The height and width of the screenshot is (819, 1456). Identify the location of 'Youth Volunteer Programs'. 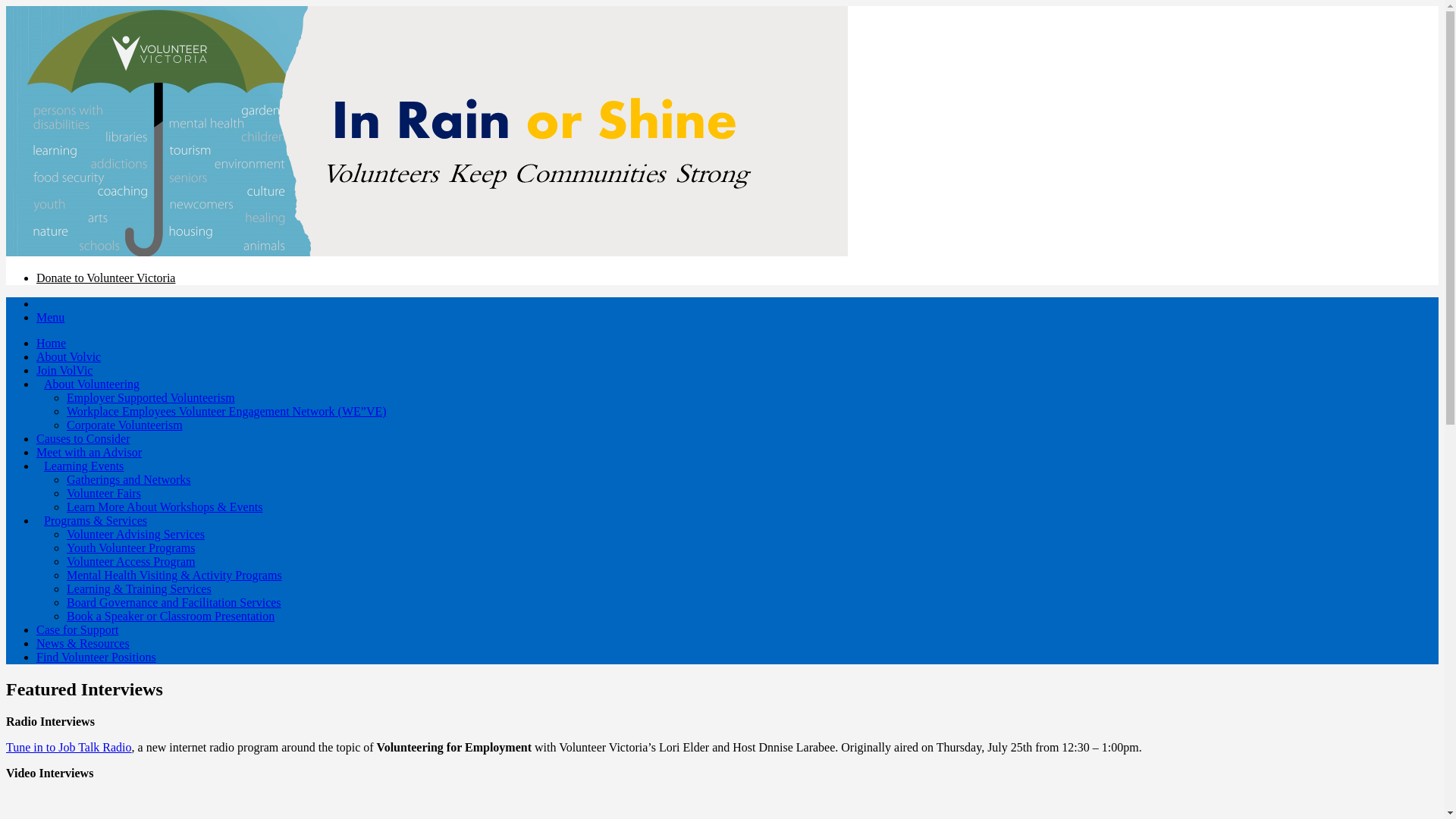
(130, 548).